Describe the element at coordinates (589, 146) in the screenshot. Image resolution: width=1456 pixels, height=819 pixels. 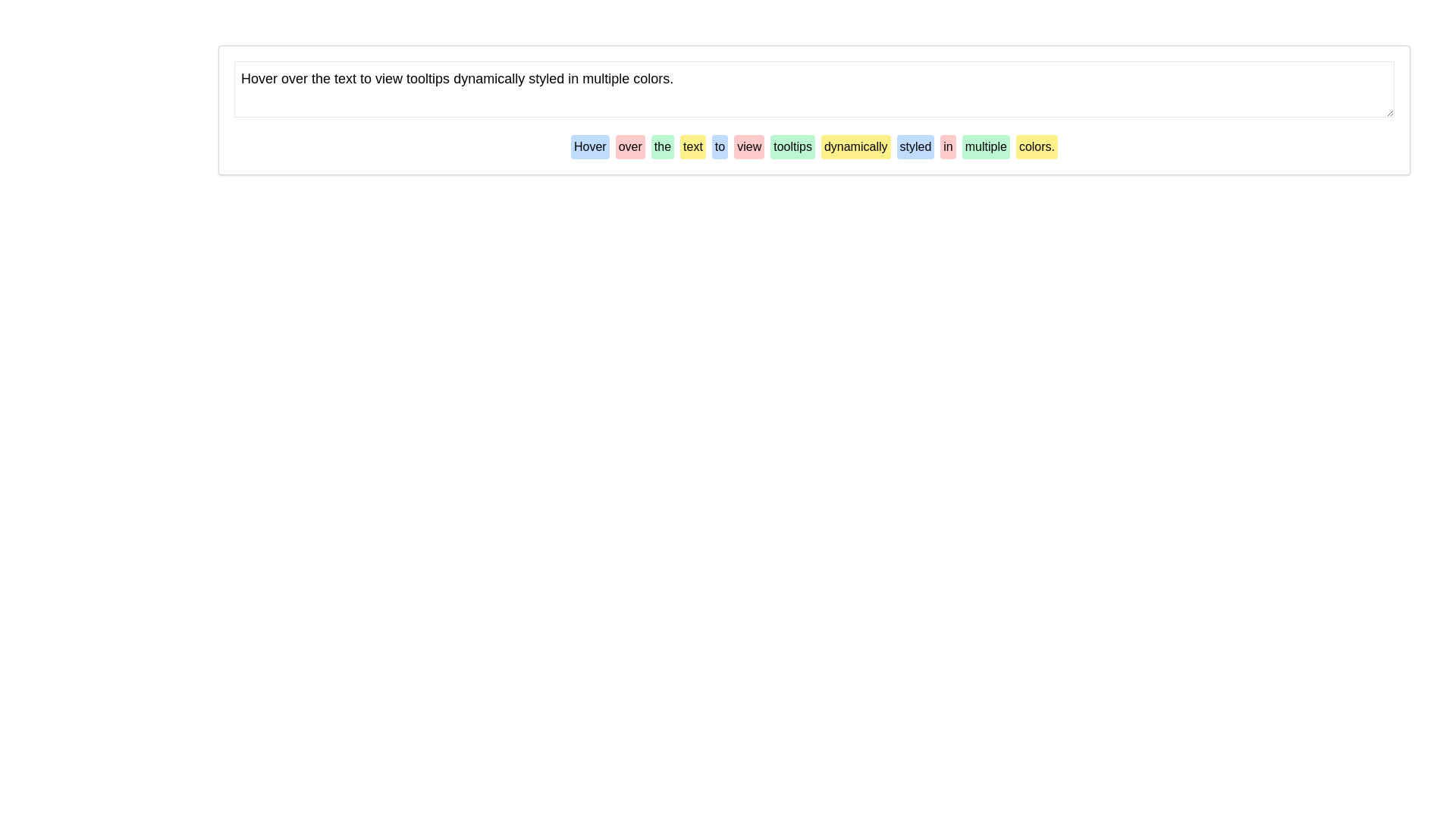
I see `the interactive text element displaying 'HoverHover' with a light blue background and rounded edges` at that location.